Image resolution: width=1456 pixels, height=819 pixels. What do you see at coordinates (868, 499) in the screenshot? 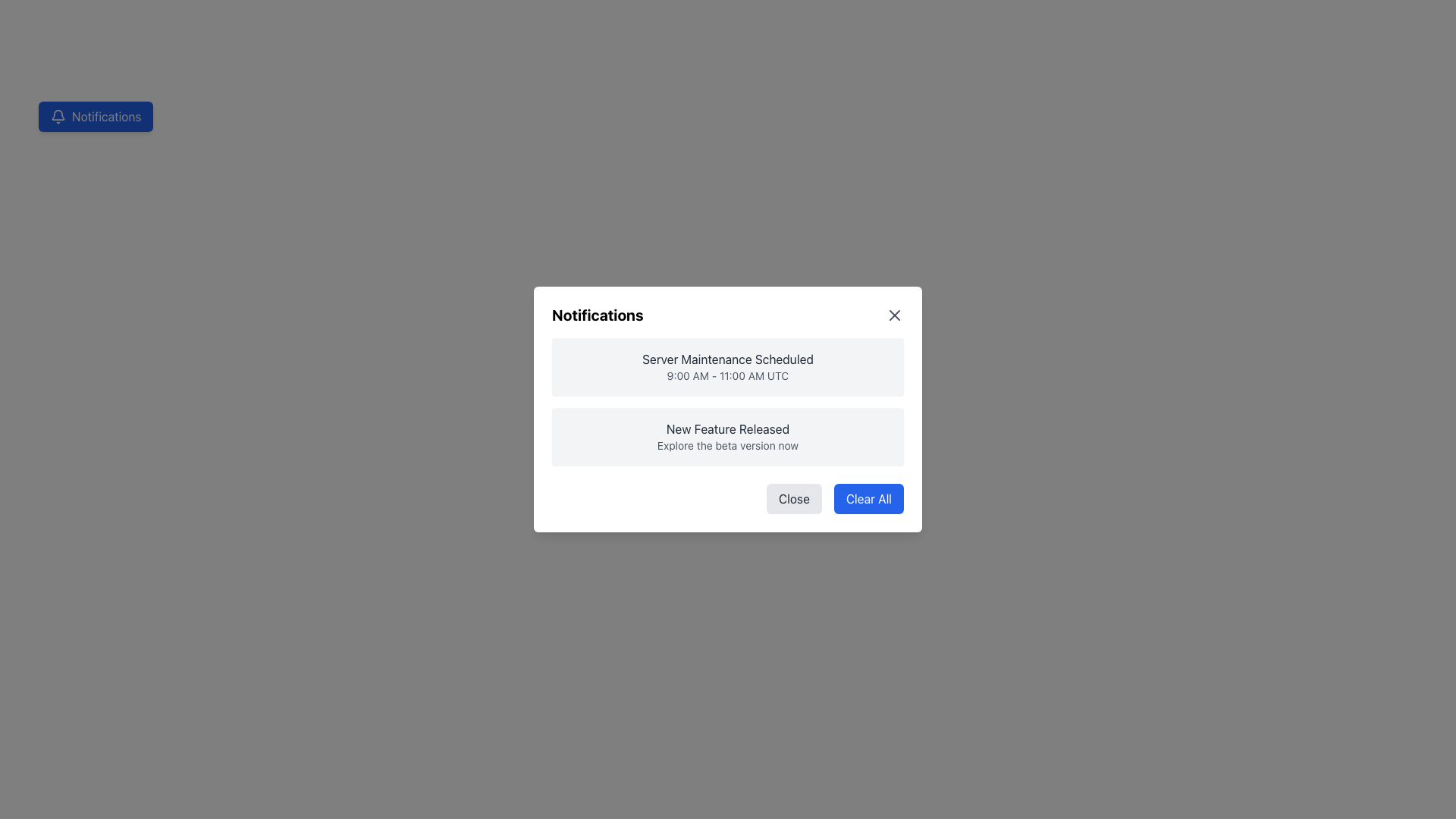
I see `the 'Clear All' button, which is a rectangular button with rounded corners and a blue background, located at the bottom-right corner of the modal` at bounding box center [868, 499].